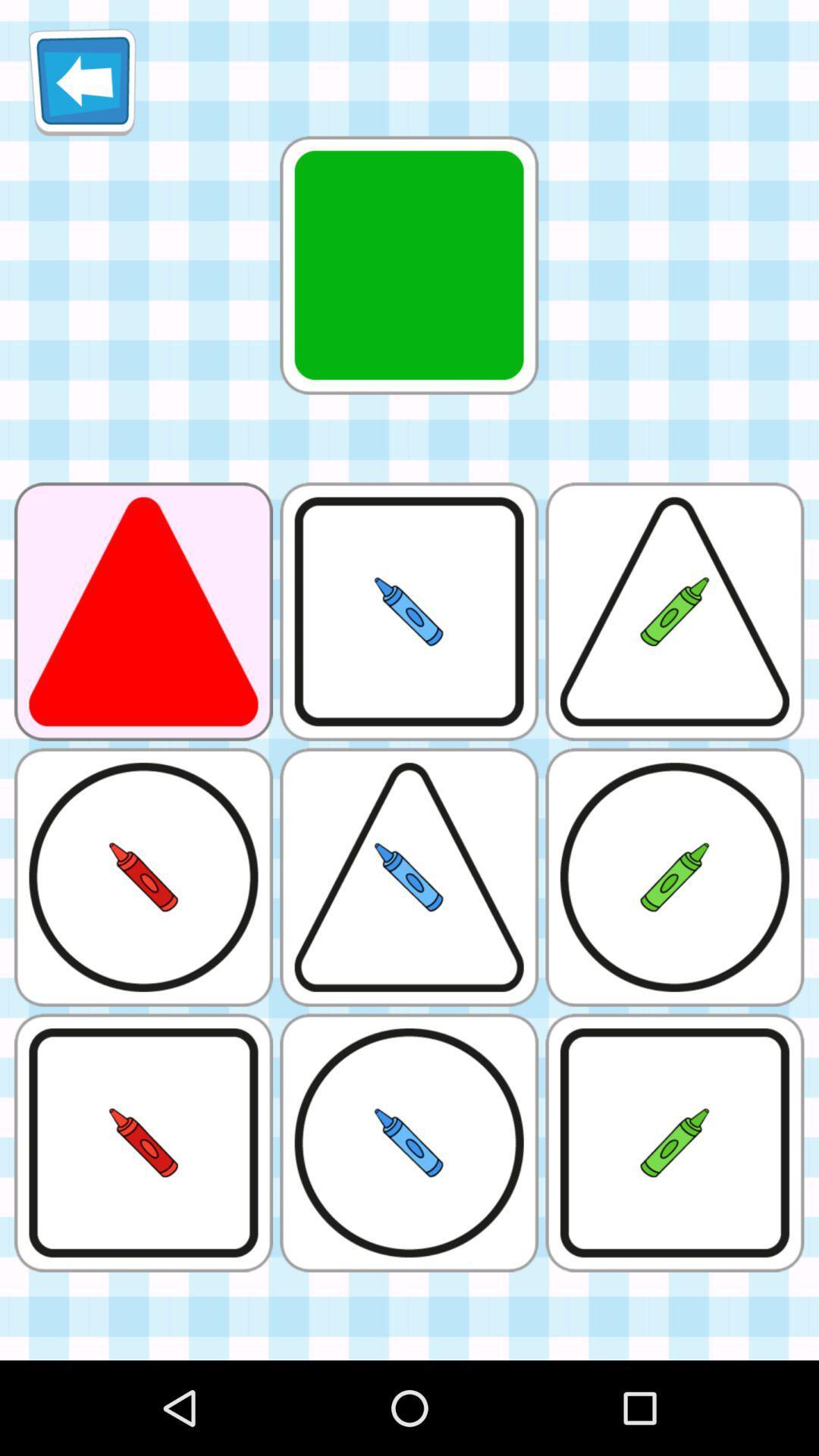 The image size is (819, 1456). What do you see at coordinates (674, 1143) in the screenshot?
I see `the last image from top of page` at bounding box center [674, 1143].